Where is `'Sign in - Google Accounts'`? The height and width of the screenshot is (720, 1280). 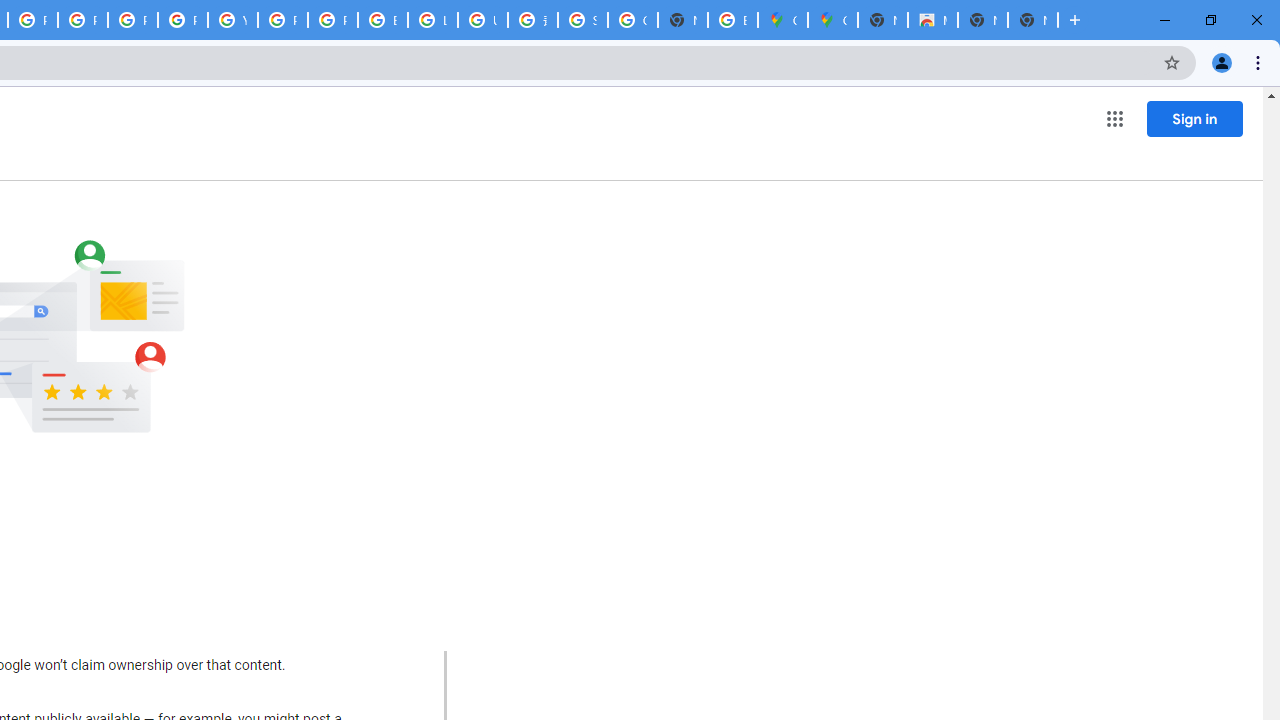
'Sign in - Google Accounts' is located at coordinates (582, 20).